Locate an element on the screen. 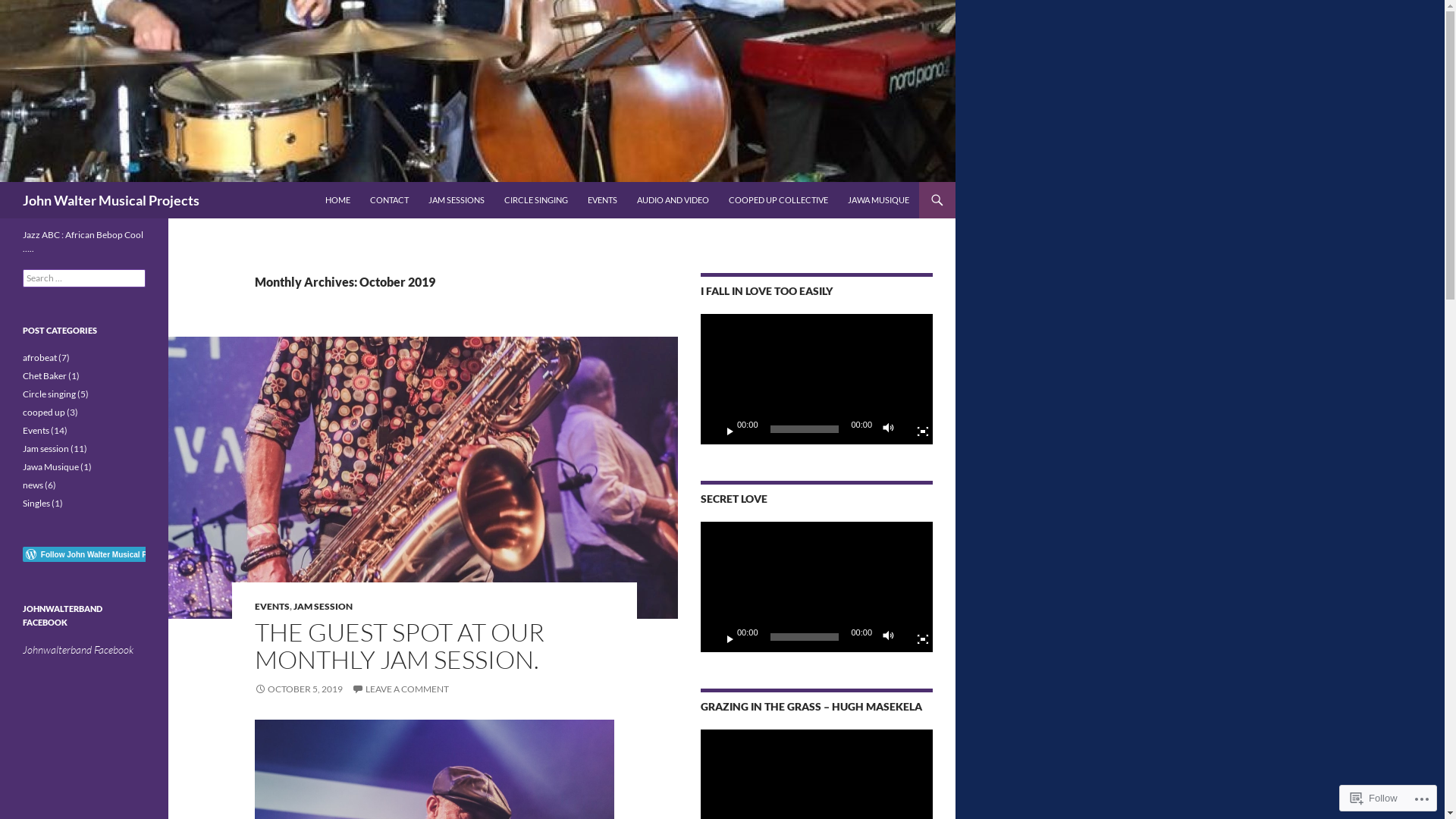 This screenshot has width=1456, height=819. 'EVENTS' is located at coordinates (578, 199).